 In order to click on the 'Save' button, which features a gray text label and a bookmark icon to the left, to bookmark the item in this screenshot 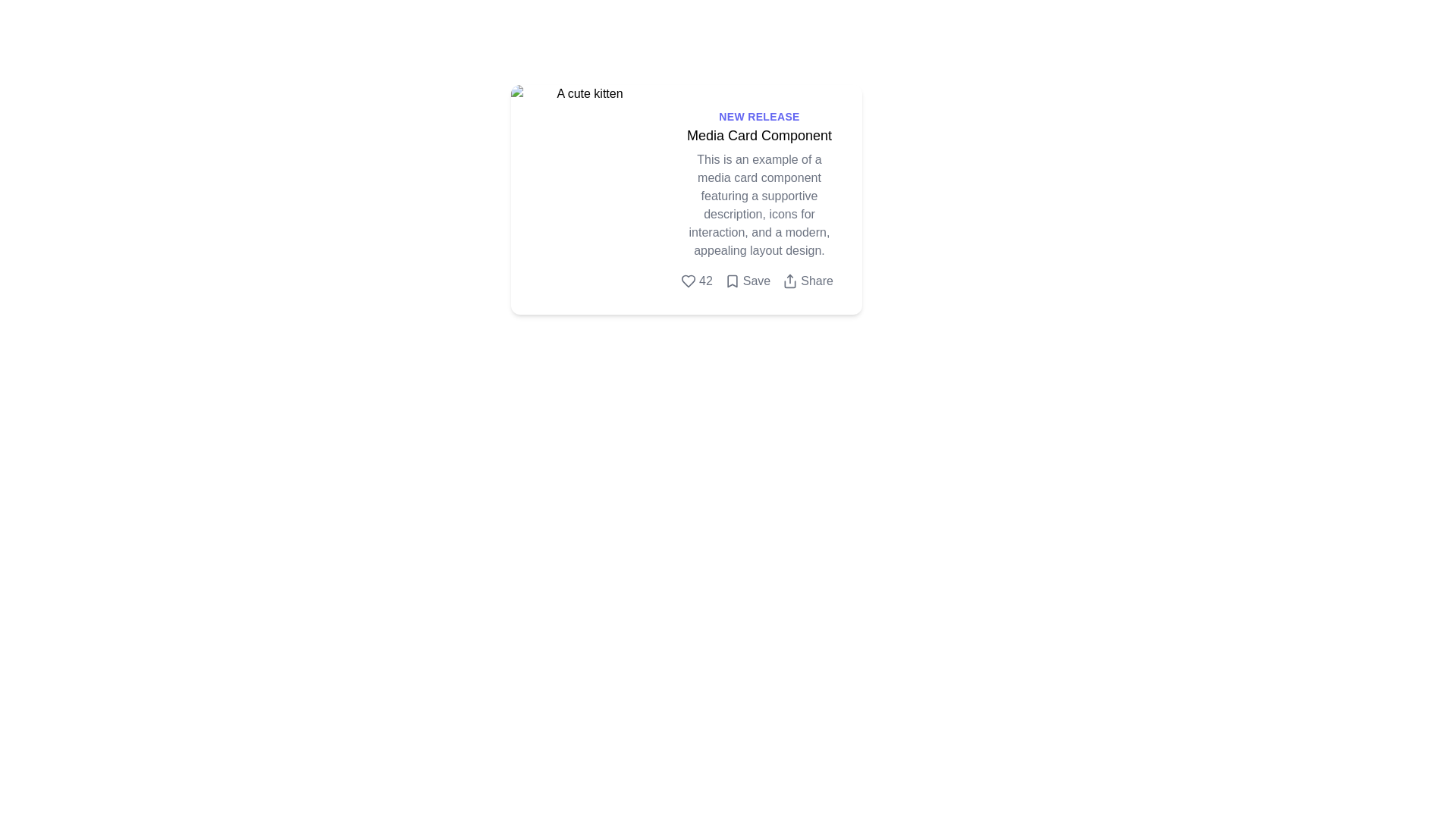, I will do `click(759, 281)`.